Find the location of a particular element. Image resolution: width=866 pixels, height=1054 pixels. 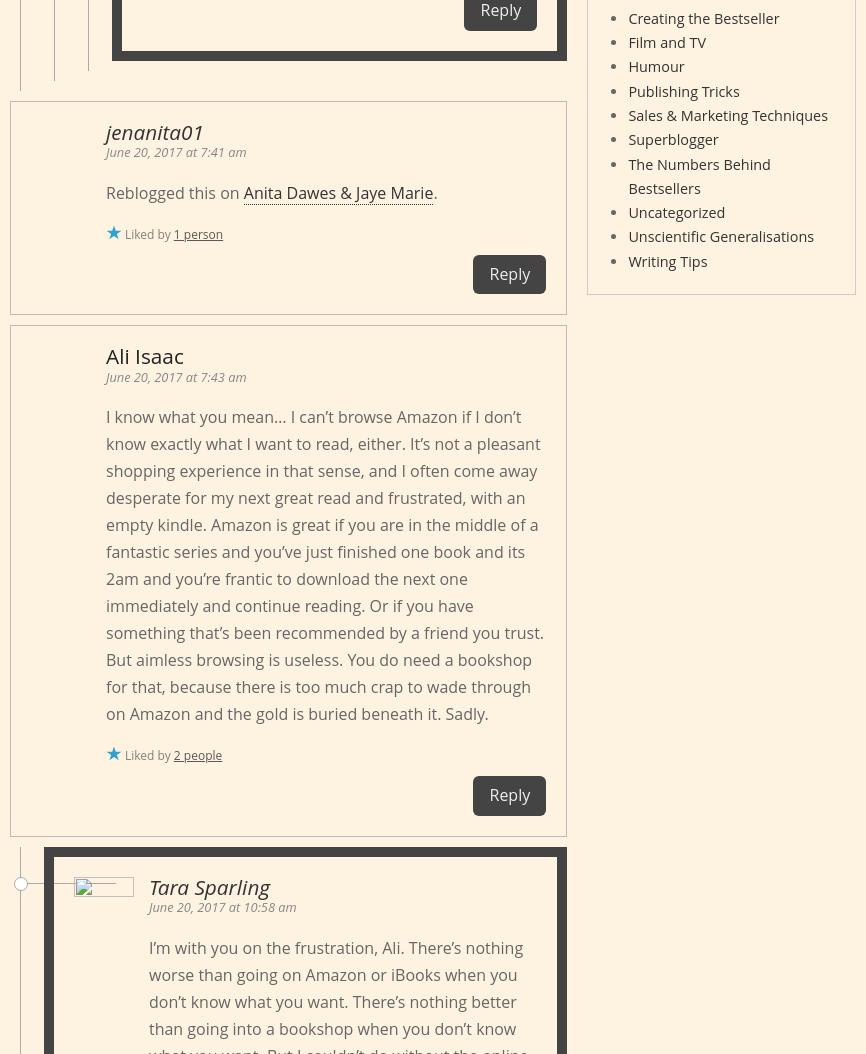

'Superblogger' is located at coordinates (671, 139).